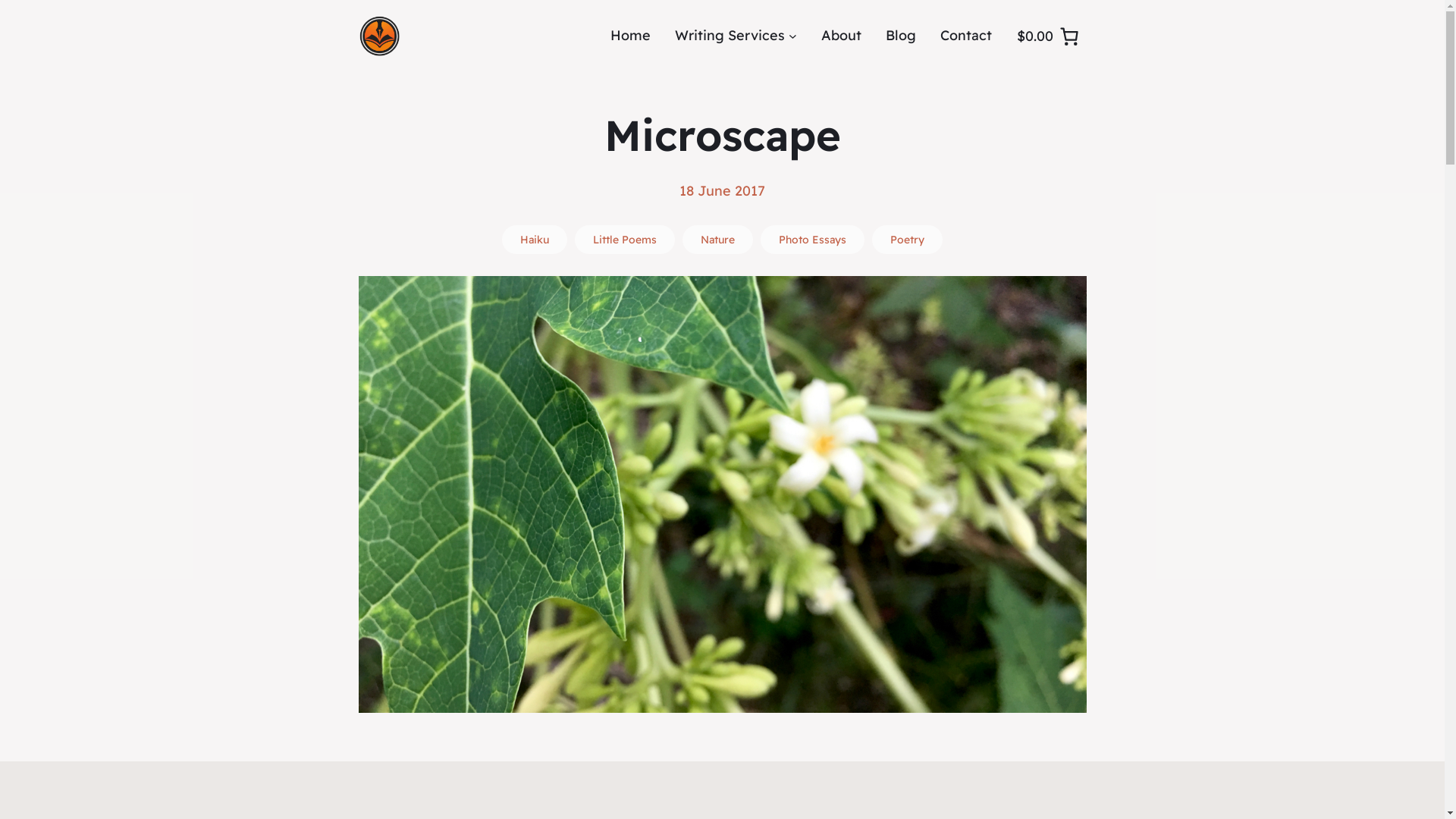 This screenshot has width=1456, height=819. What do you see at coordinates (819, 35) in the screenshot?
I see `'About'` at bounding box center [819, 35].